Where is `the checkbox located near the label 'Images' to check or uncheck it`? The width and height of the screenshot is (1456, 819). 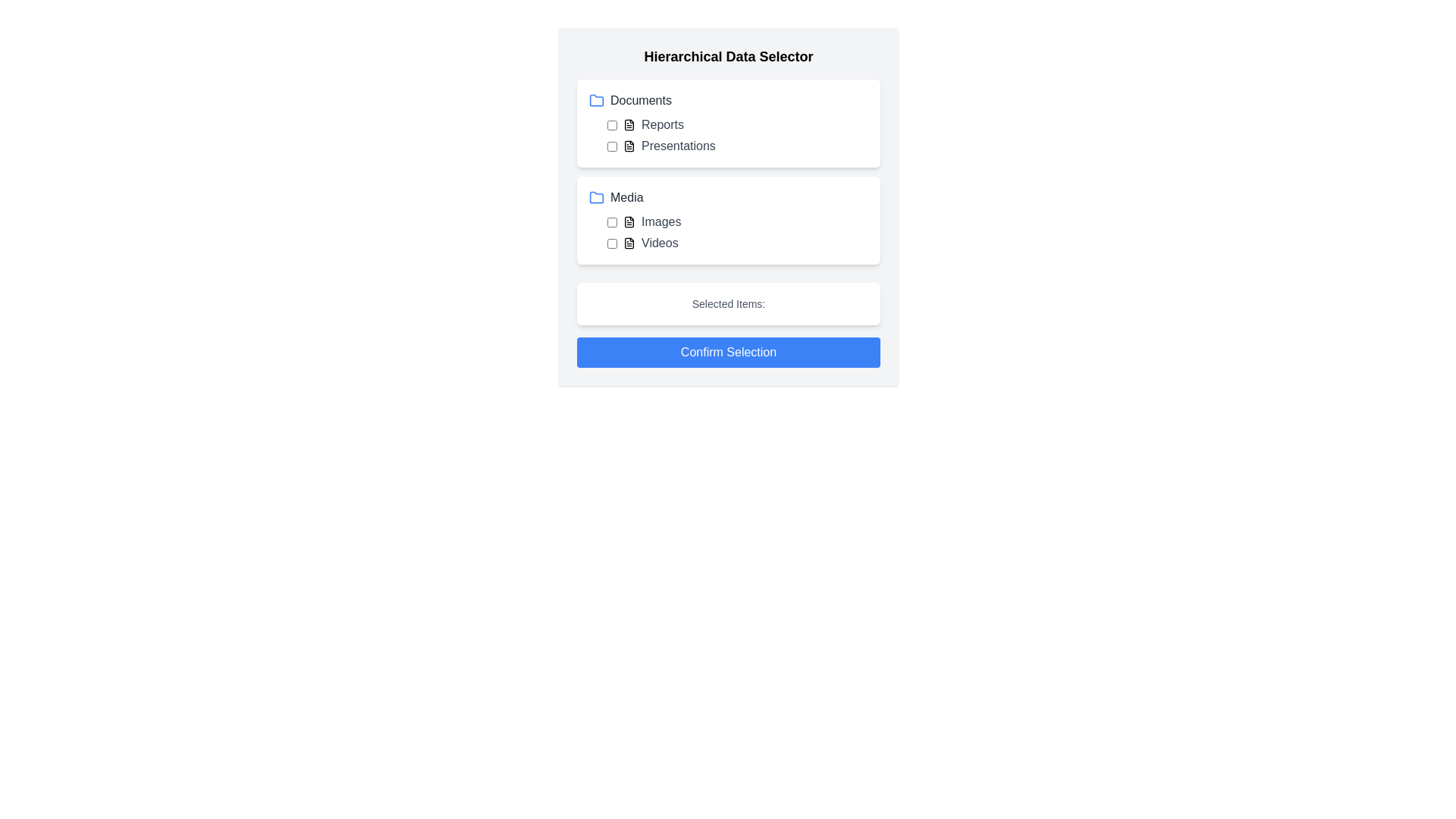 the checkbox located near the label 'Images' to check or uncheck it is located at coordinates (612, 222).